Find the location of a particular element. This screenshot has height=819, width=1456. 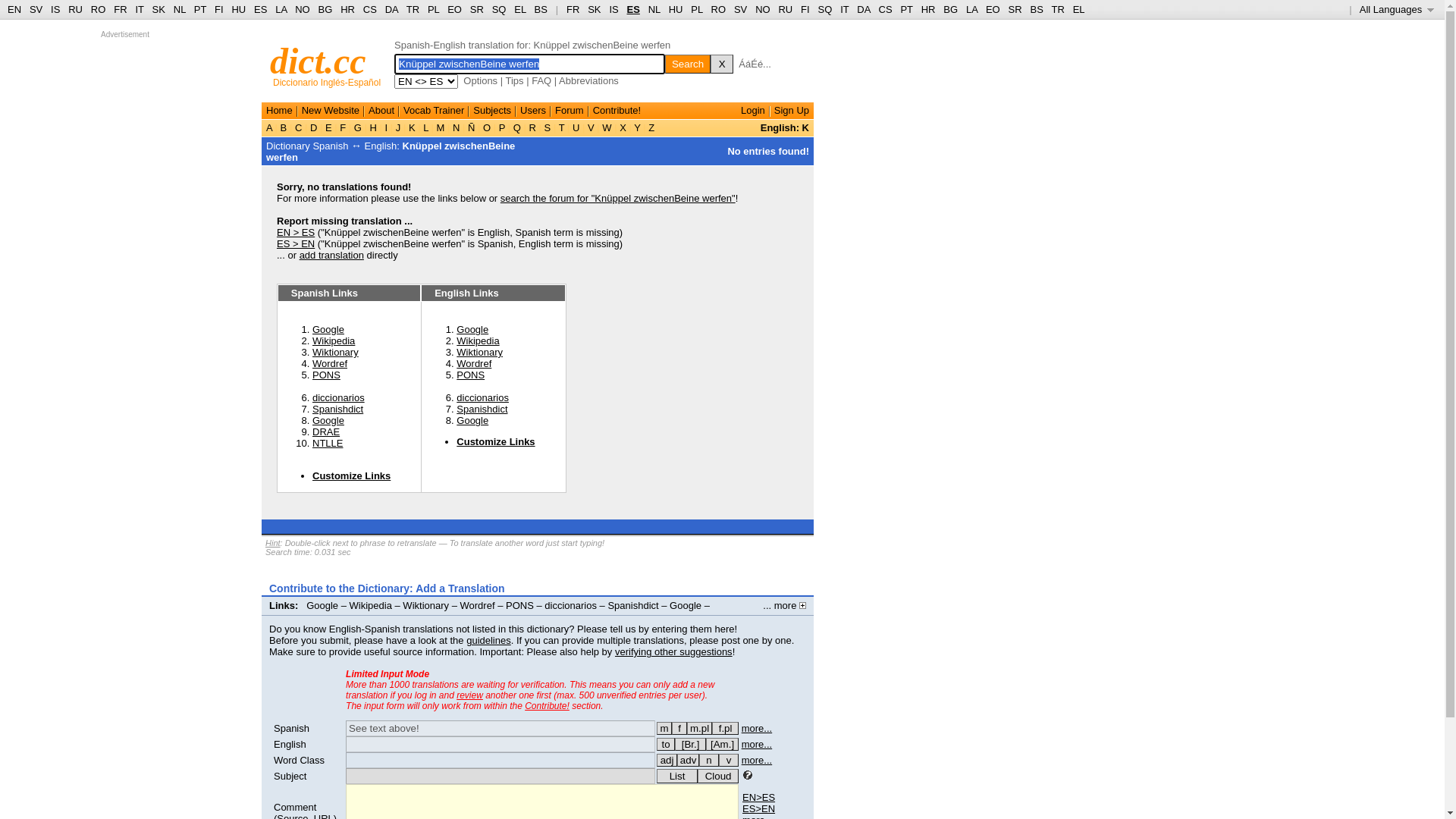

'SQ' is located at coordinates (491, 9).